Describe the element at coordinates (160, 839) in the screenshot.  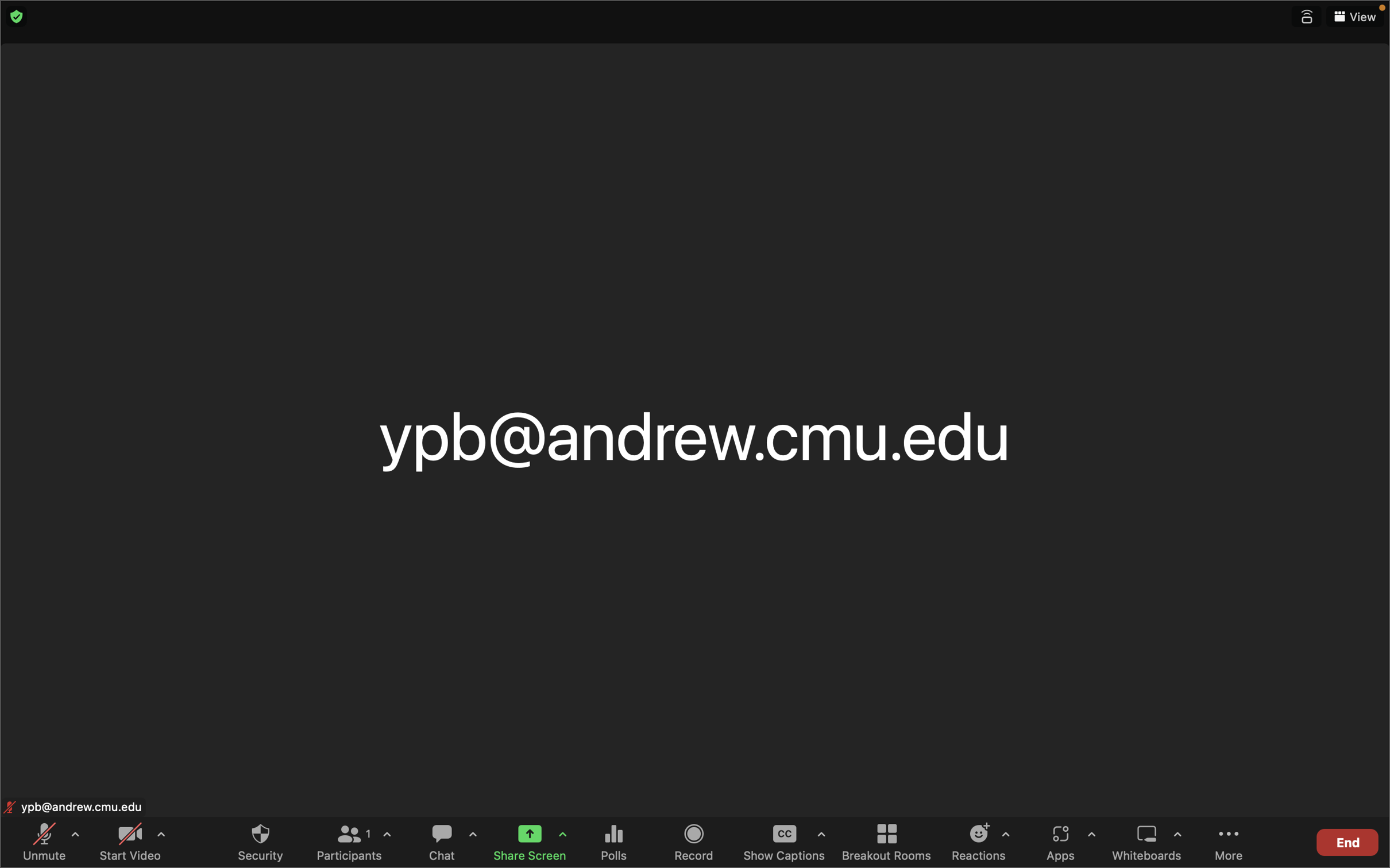
I see `the settings for video` at that location.